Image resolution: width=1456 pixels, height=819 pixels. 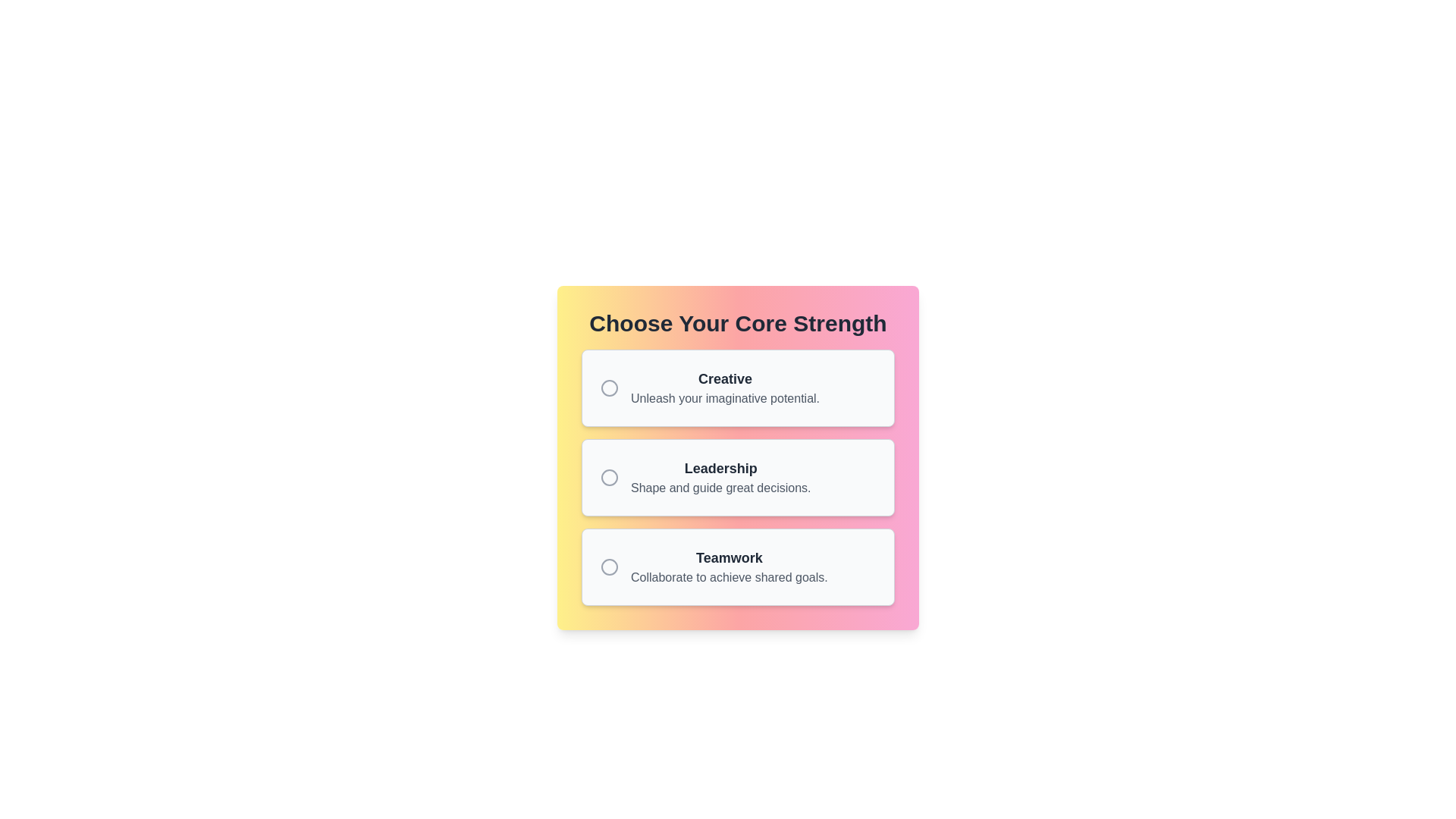 I want to click on the radio button located in the second option group titled 'Leadership' in a vertical list, so click(x=610, y=476).